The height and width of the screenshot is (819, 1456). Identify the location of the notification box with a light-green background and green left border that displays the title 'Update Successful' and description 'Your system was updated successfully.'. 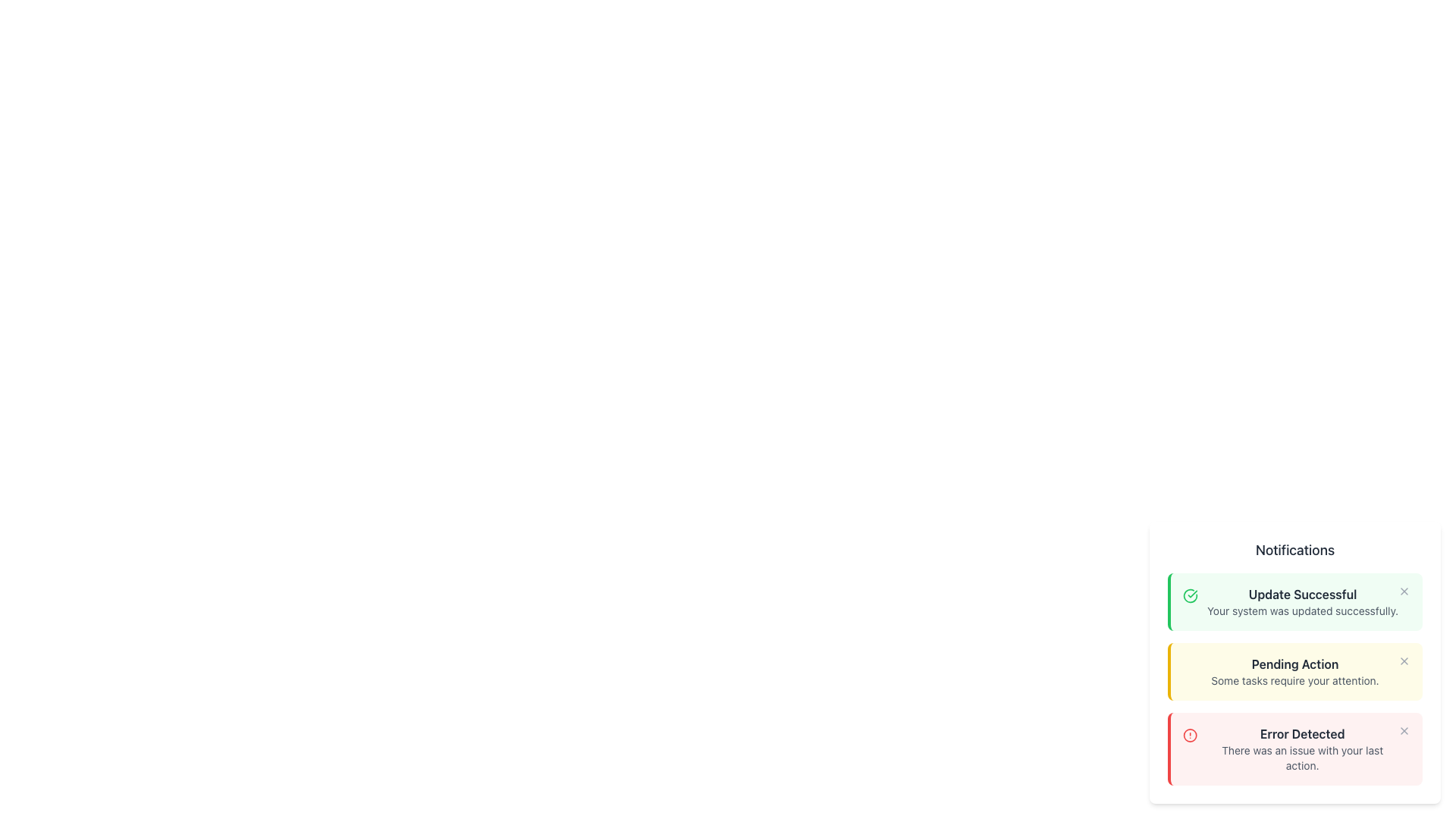
(1295, 601).